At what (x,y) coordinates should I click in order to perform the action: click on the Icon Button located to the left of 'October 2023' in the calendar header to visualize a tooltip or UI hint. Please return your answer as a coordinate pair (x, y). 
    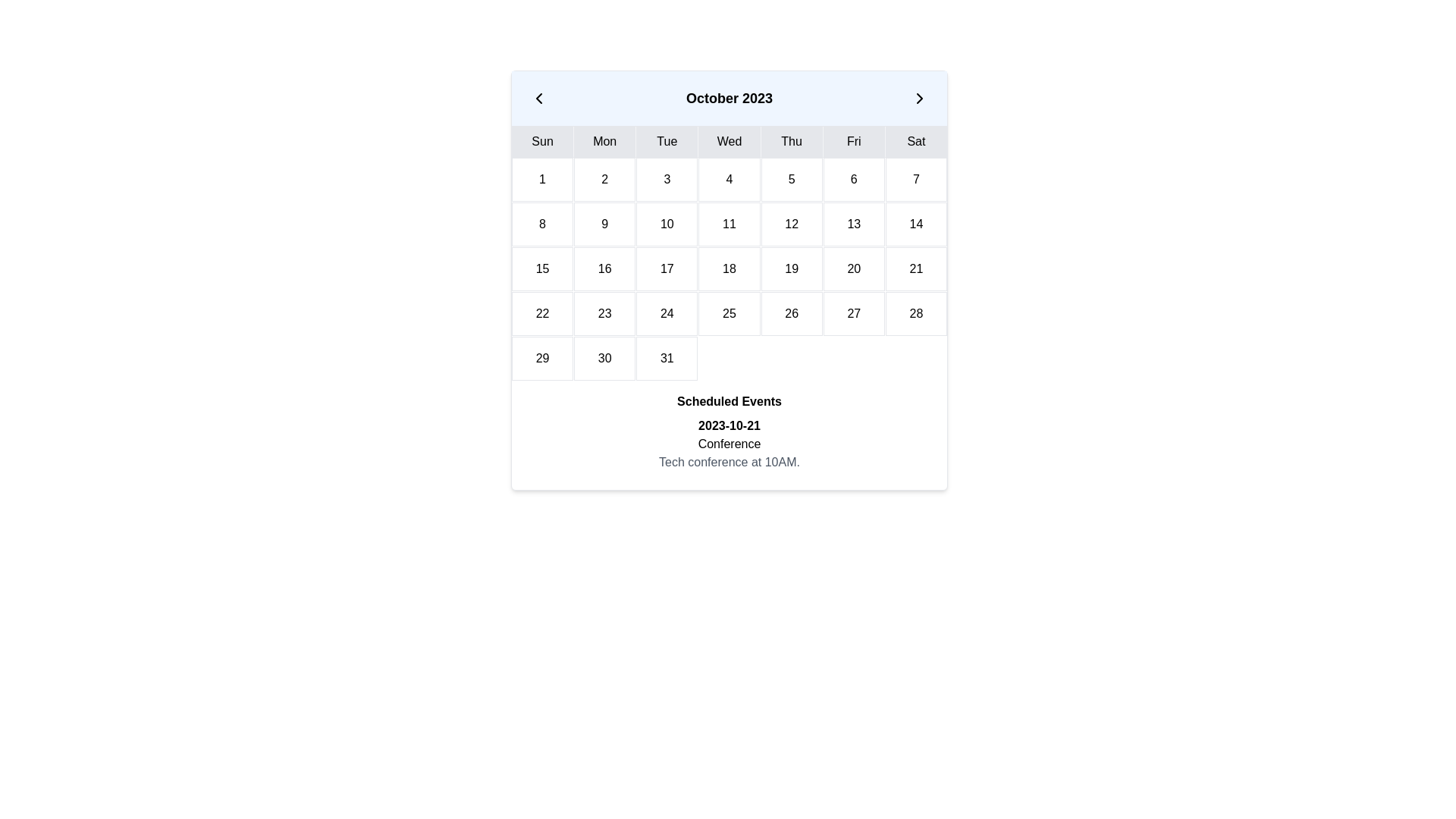
    Looking at the image, I should click on (538, 99).